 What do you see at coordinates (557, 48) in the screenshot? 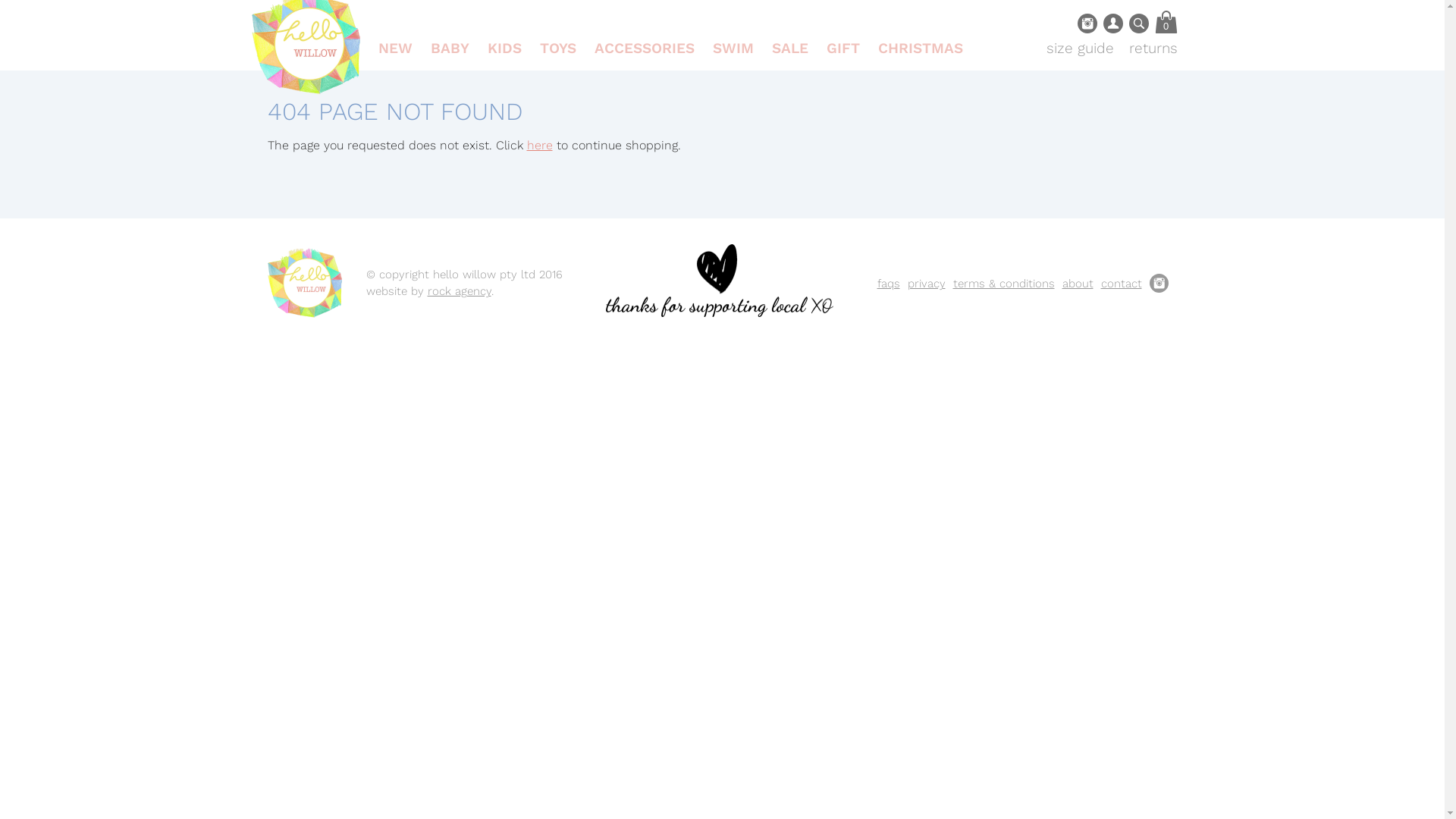
I see `'TOYS'` at bounding box center [557, 48].